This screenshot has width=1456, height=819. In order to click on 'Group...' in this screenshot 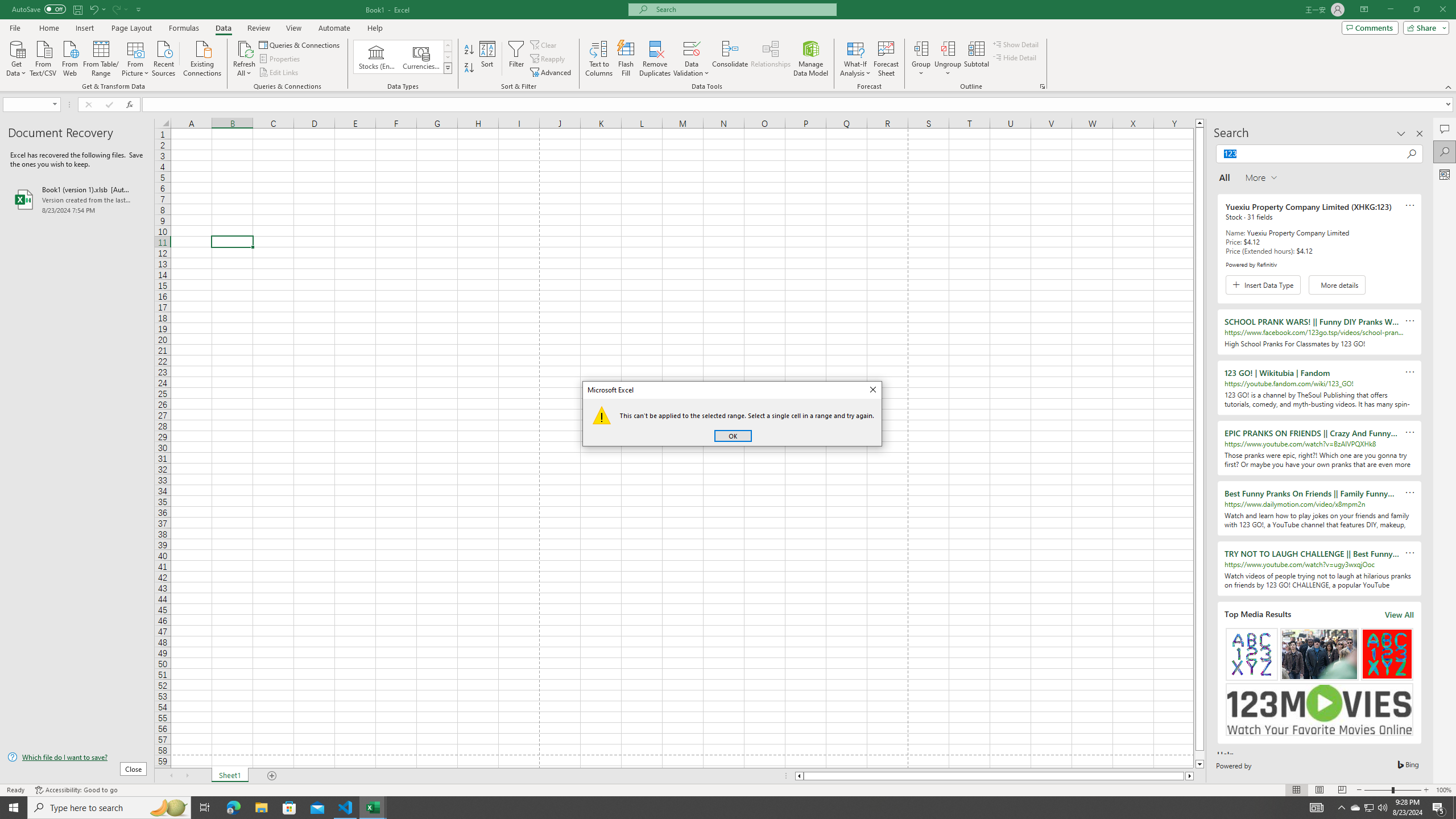, I will do `click(921, 48)`.